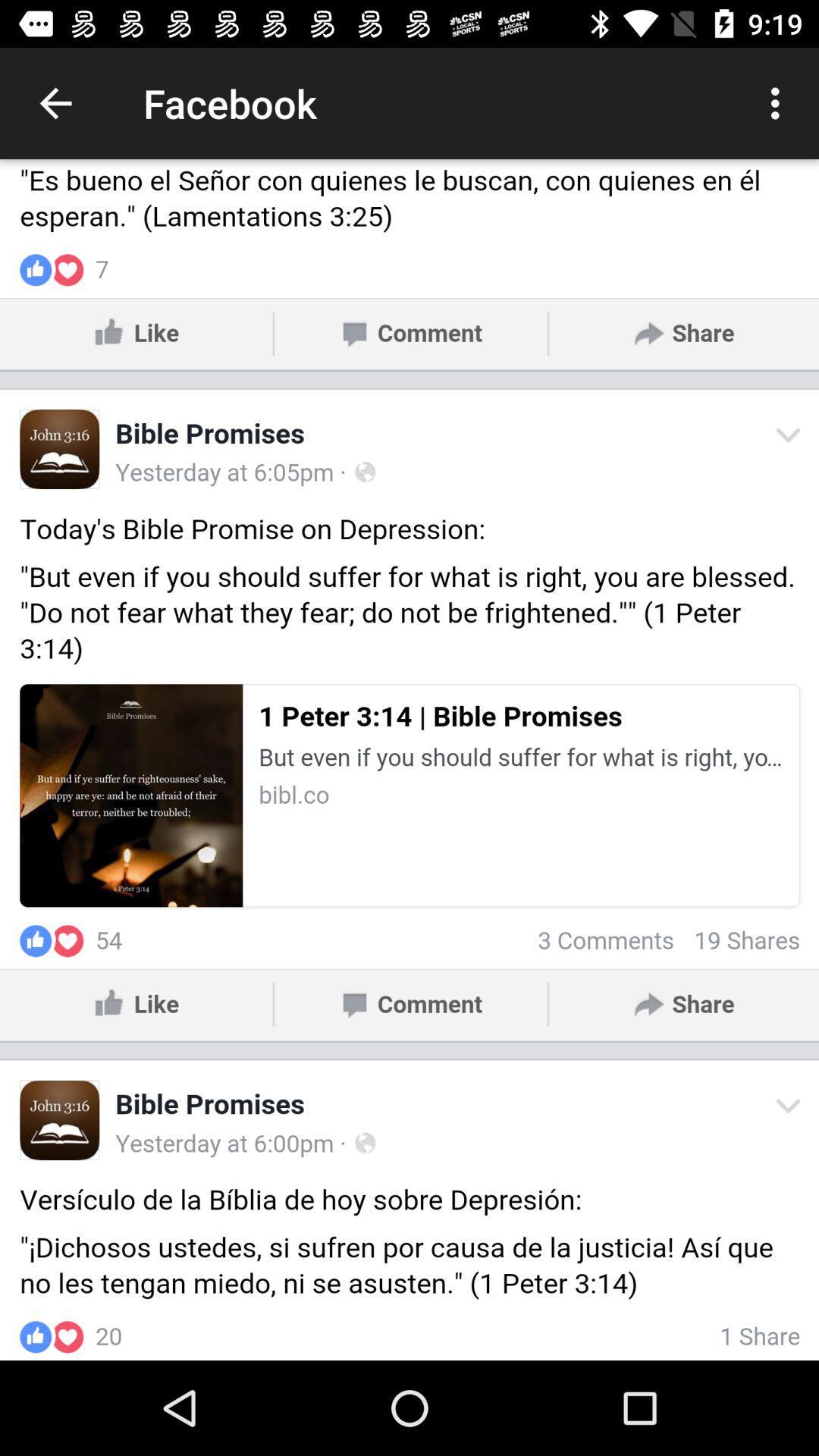 The image size is (819, 1456). I want to click on facebook view, so click(409, 760).